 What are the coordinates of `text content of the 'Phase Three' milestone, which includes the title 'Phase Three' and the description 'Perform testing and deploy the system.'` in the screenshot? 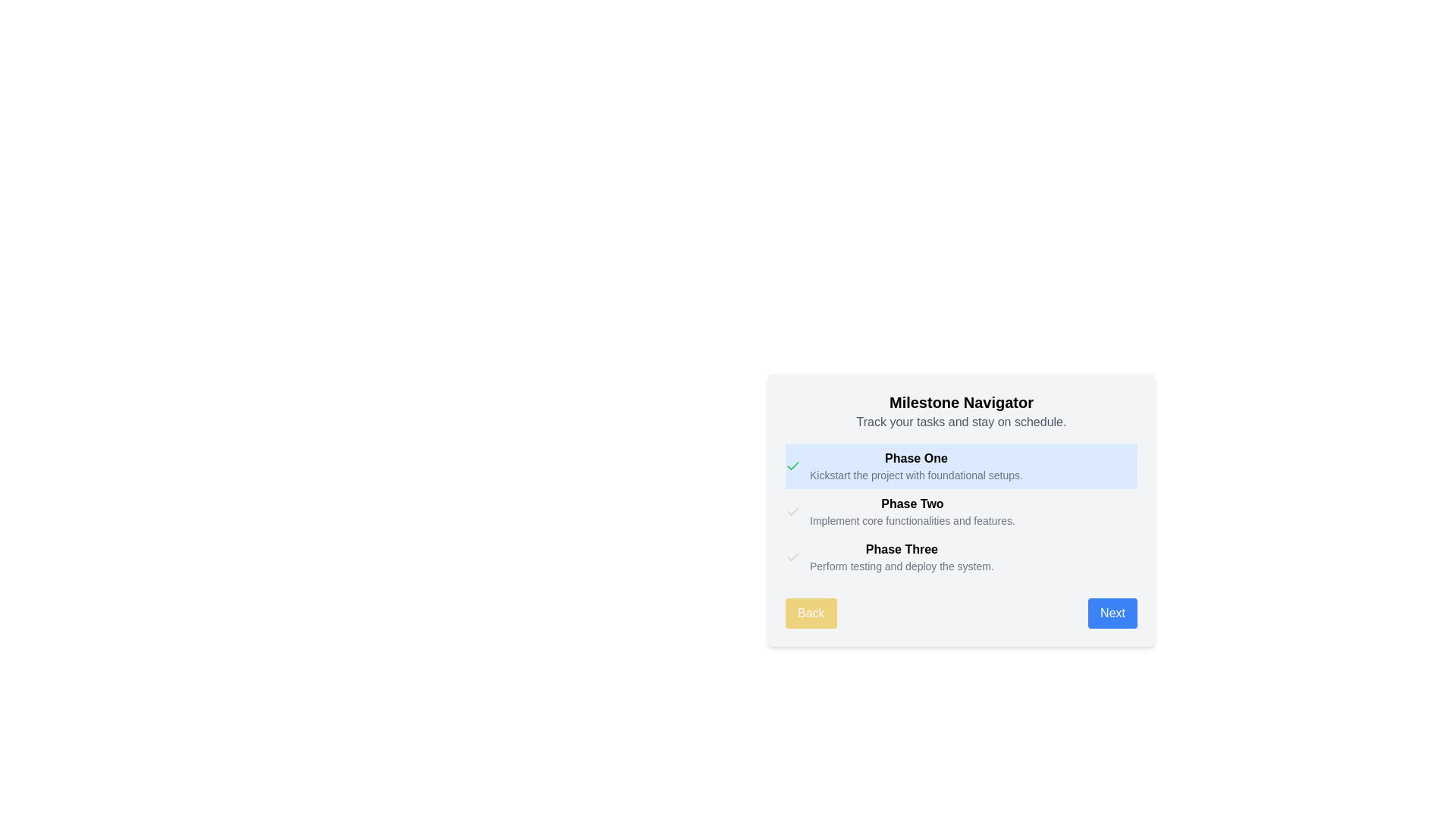 It's located at (902, 557).